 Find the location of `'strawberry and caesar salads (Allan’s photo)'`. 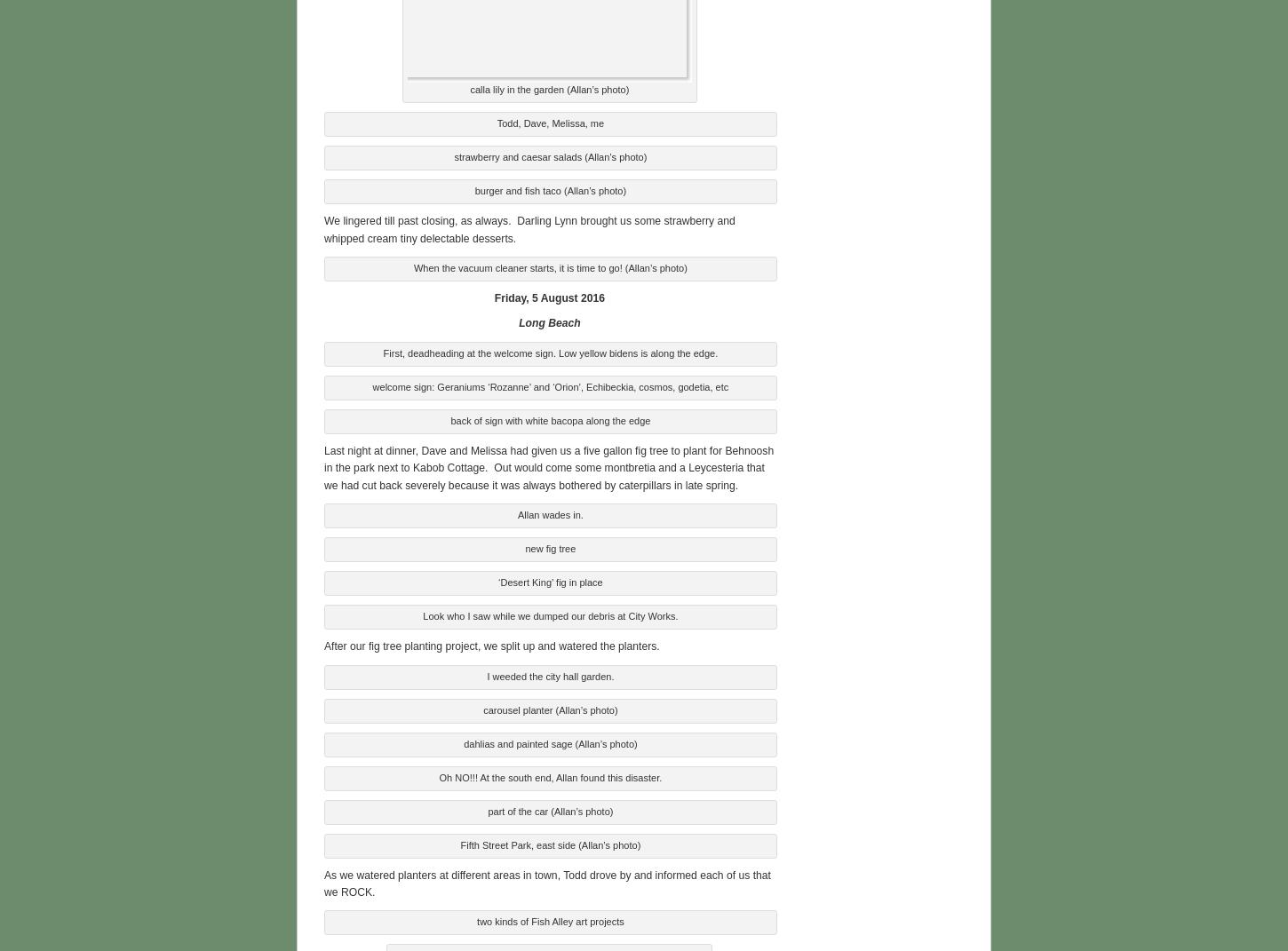

'strawberry and caesar salads (Allan’s photo)' is located at coordinates (453, 155).